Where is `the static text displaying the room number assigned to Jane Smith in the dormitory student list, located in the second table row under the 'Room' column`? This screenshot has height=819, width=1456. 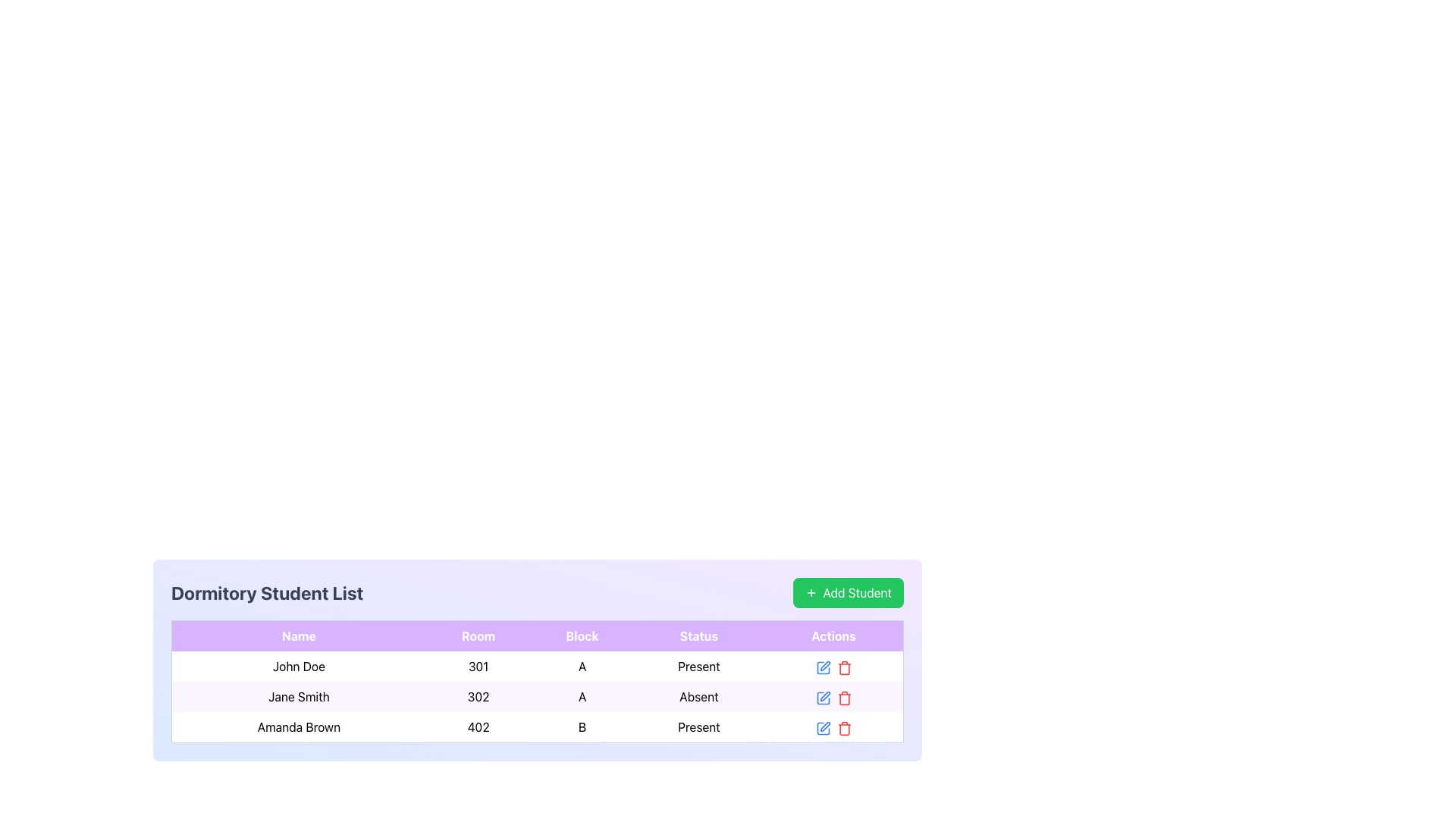 the static text displaying the room number assigned to Jane Smith in the dormitory student list, located in the second table row under the 'Room' column is located at coordinates (478, 696).